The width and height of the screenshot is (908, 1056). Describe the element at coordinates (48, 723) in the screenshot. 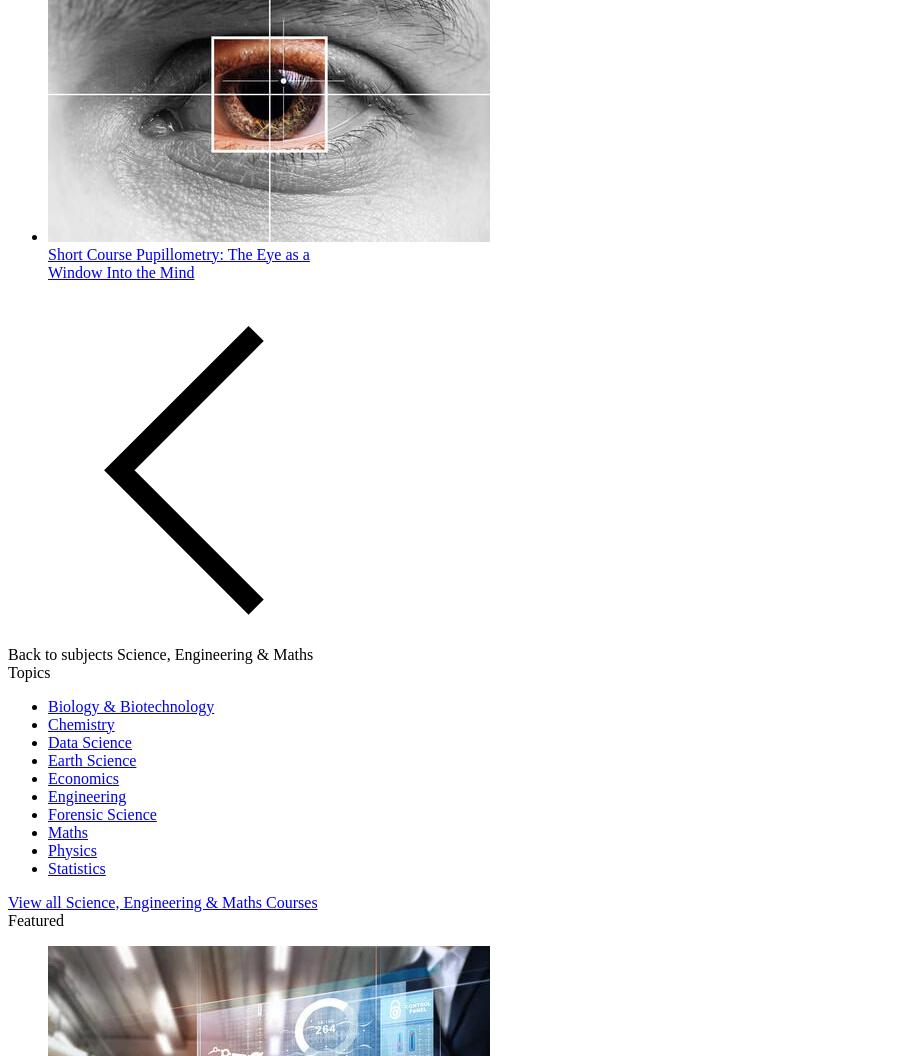

I see `'Chemistry'` at that location.